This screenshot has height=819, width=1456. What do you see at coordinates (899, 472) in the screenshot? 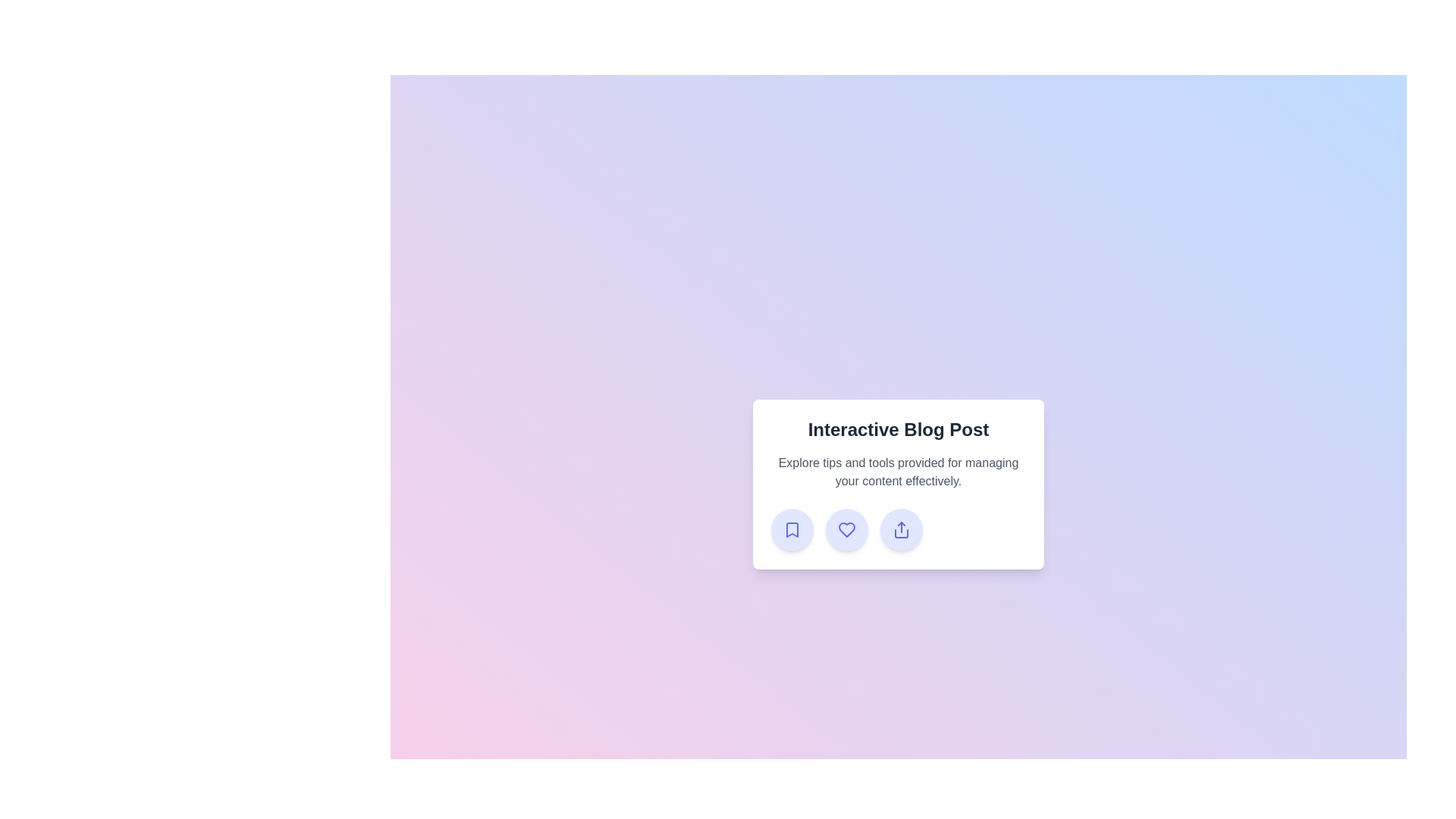
I see `the descriptive text element that provides information about tools and tips related to content management, located below the title 'Interactive Blog Post'` at bounding box center [899, 472].